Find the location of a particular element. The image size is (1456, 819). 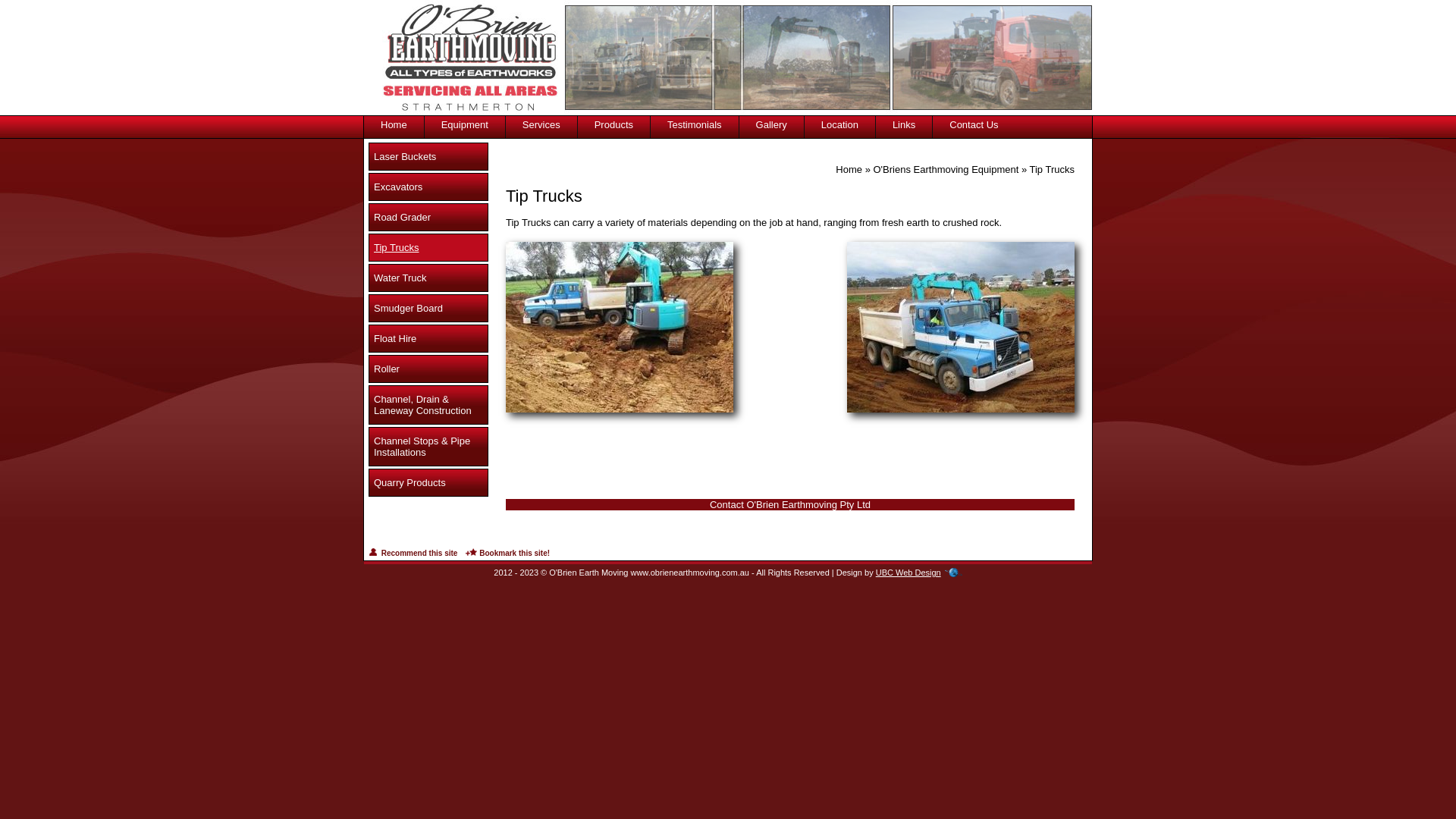

'Products' is located at coordinates (613, 118).